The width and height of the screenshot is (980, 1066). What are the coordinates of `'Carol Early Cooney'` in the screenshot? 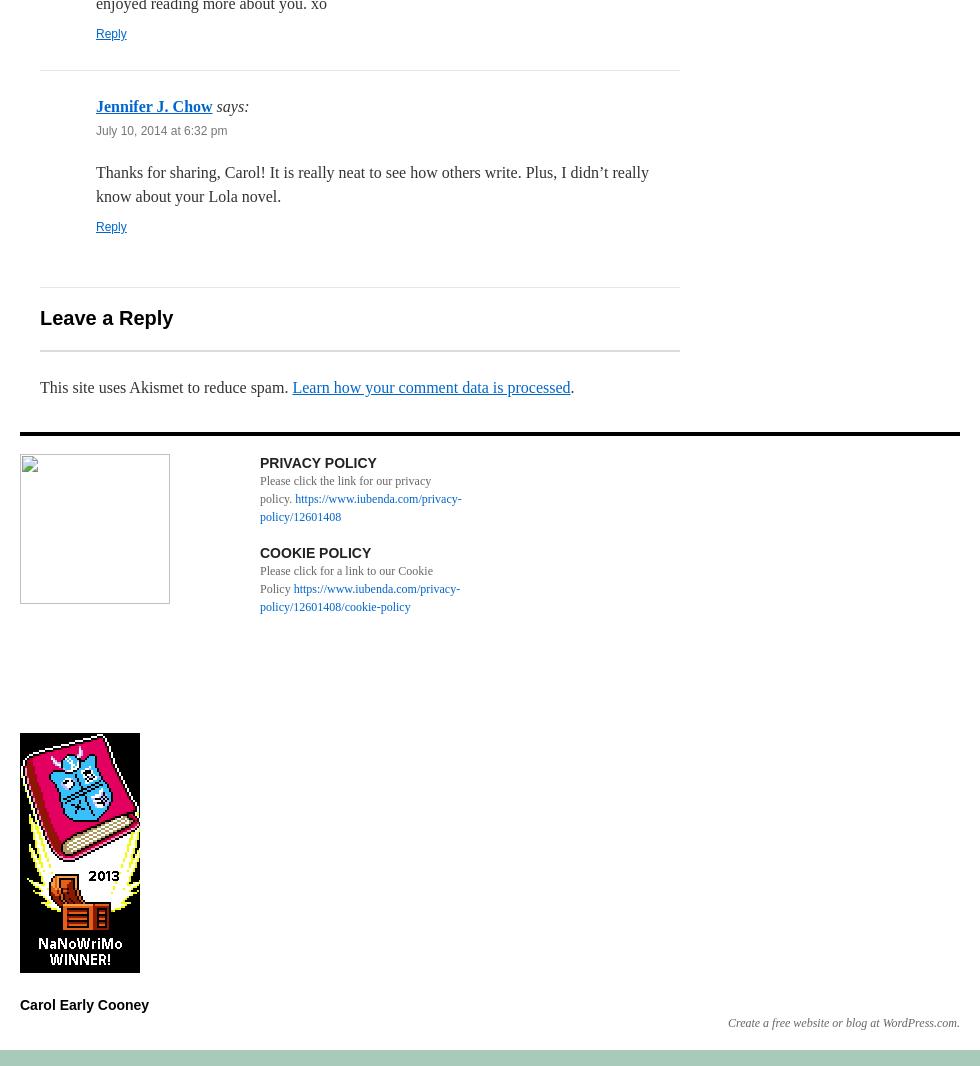 It's located at (84, 1005).